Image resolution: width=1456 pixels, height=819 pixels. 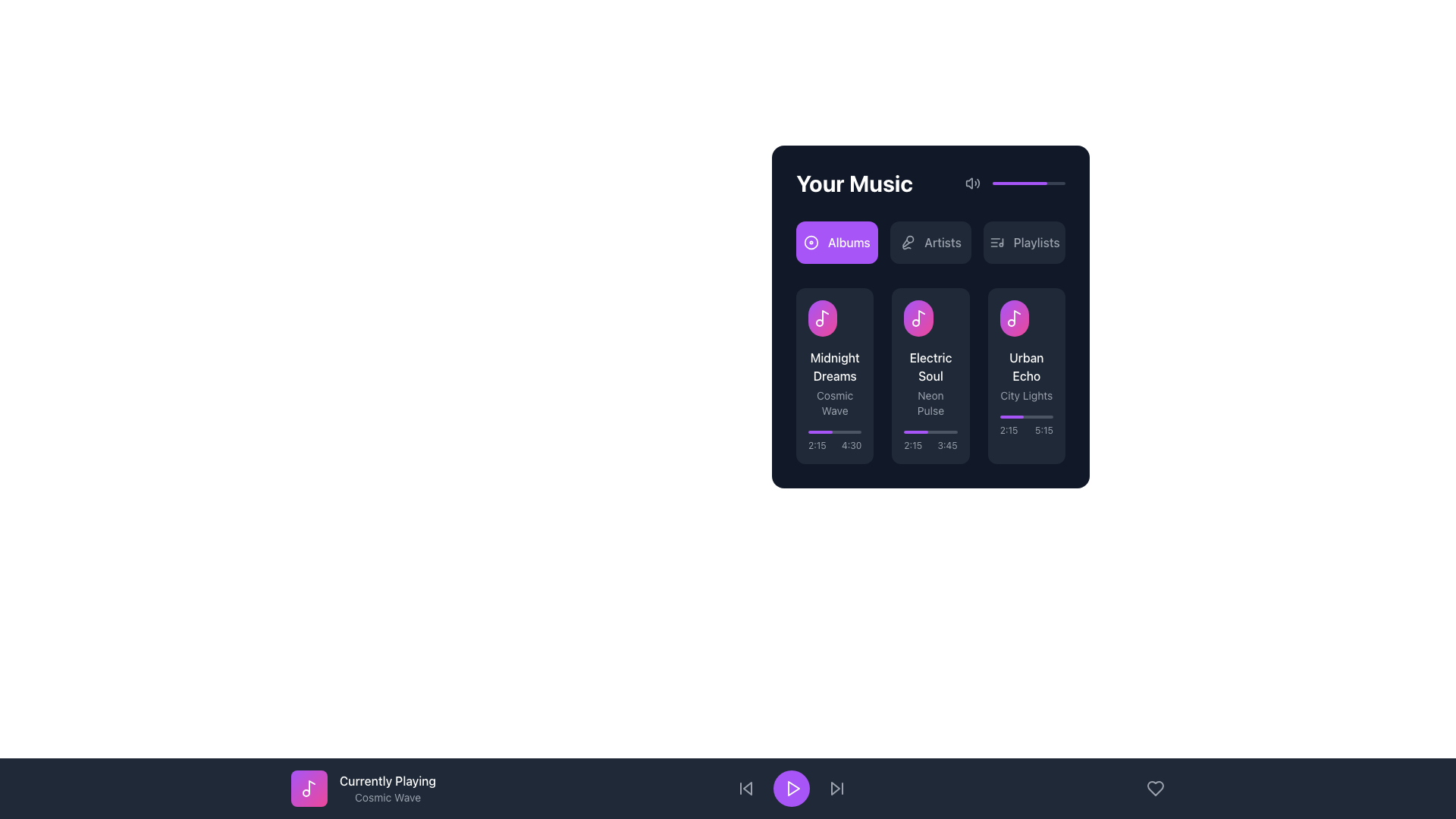 I want to click on the 'Artists' button located between the 'Albums' and 'Playlists' buttons in the top section of the music interface, so click(x=930, y=242).